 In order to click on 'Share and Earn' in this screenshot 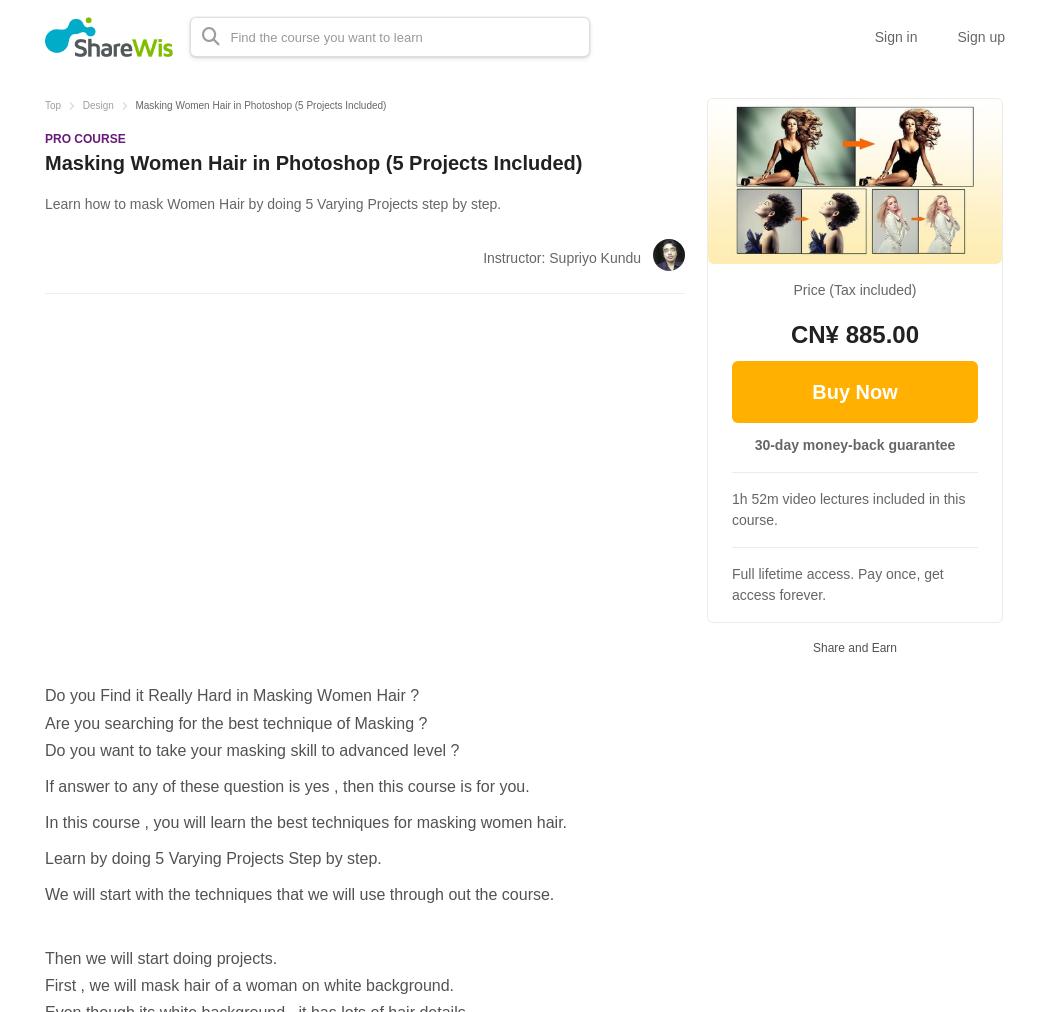, I will do `click(854, 647)`.